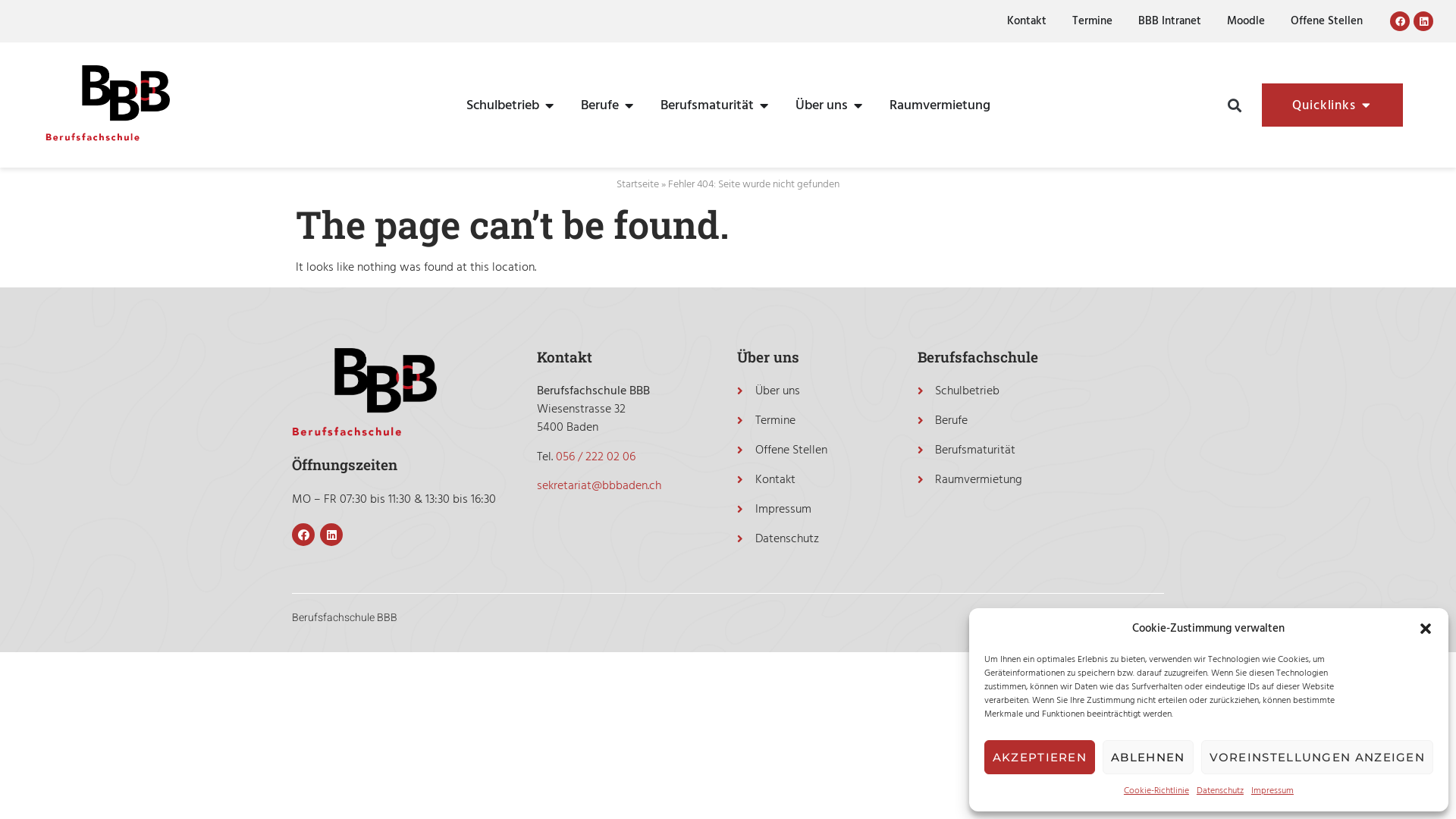 The image size is (1456, 819). What do you see at coordinates (599, 104) in the screenshot?
I see `'Berufe'` at bounding box center [599, 104].